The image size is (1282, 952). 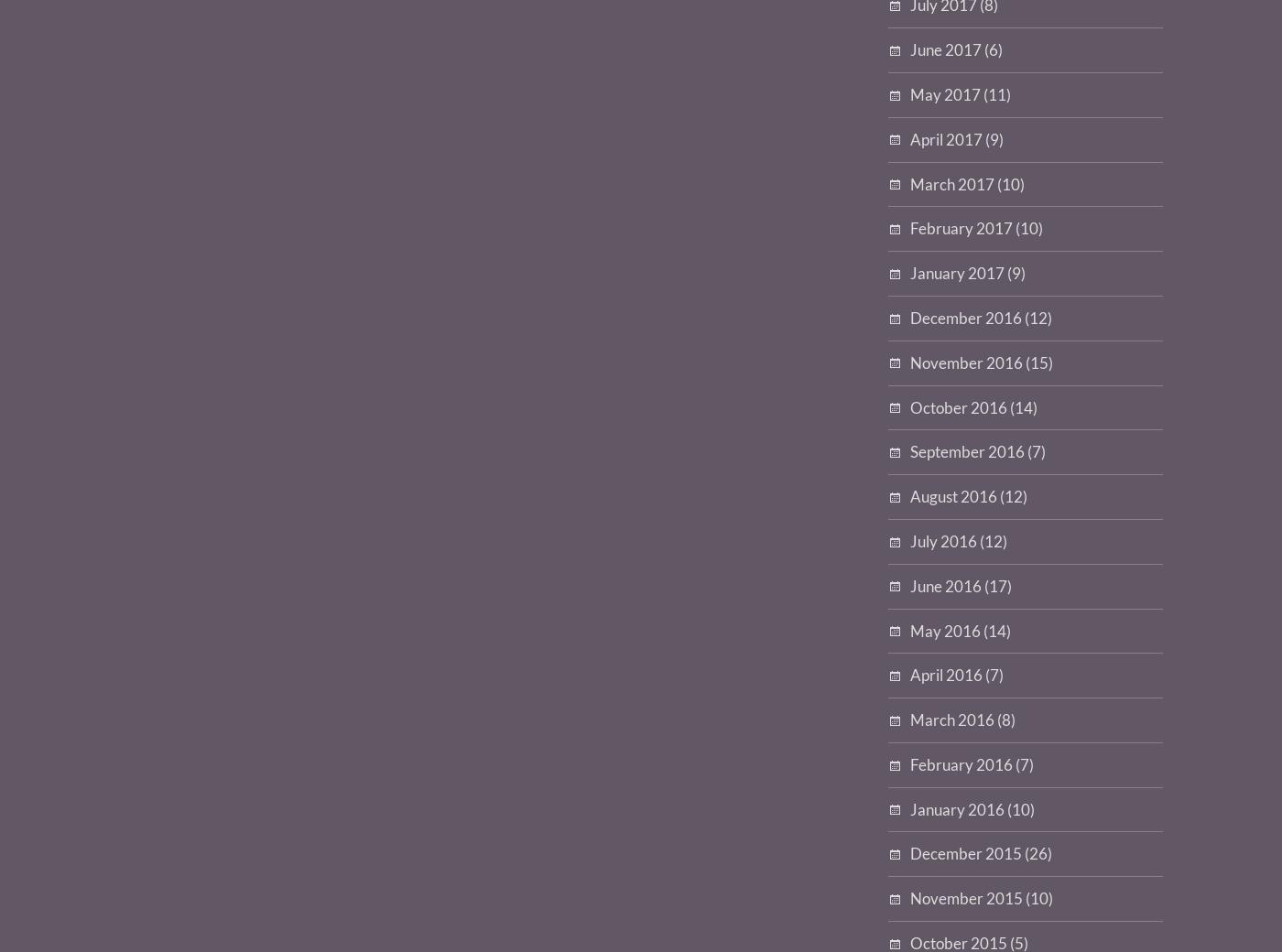 What do you see at coordinates (1038, 362) in the screenshot?
I see `'(15)'` at bounding box center [1038, 362].